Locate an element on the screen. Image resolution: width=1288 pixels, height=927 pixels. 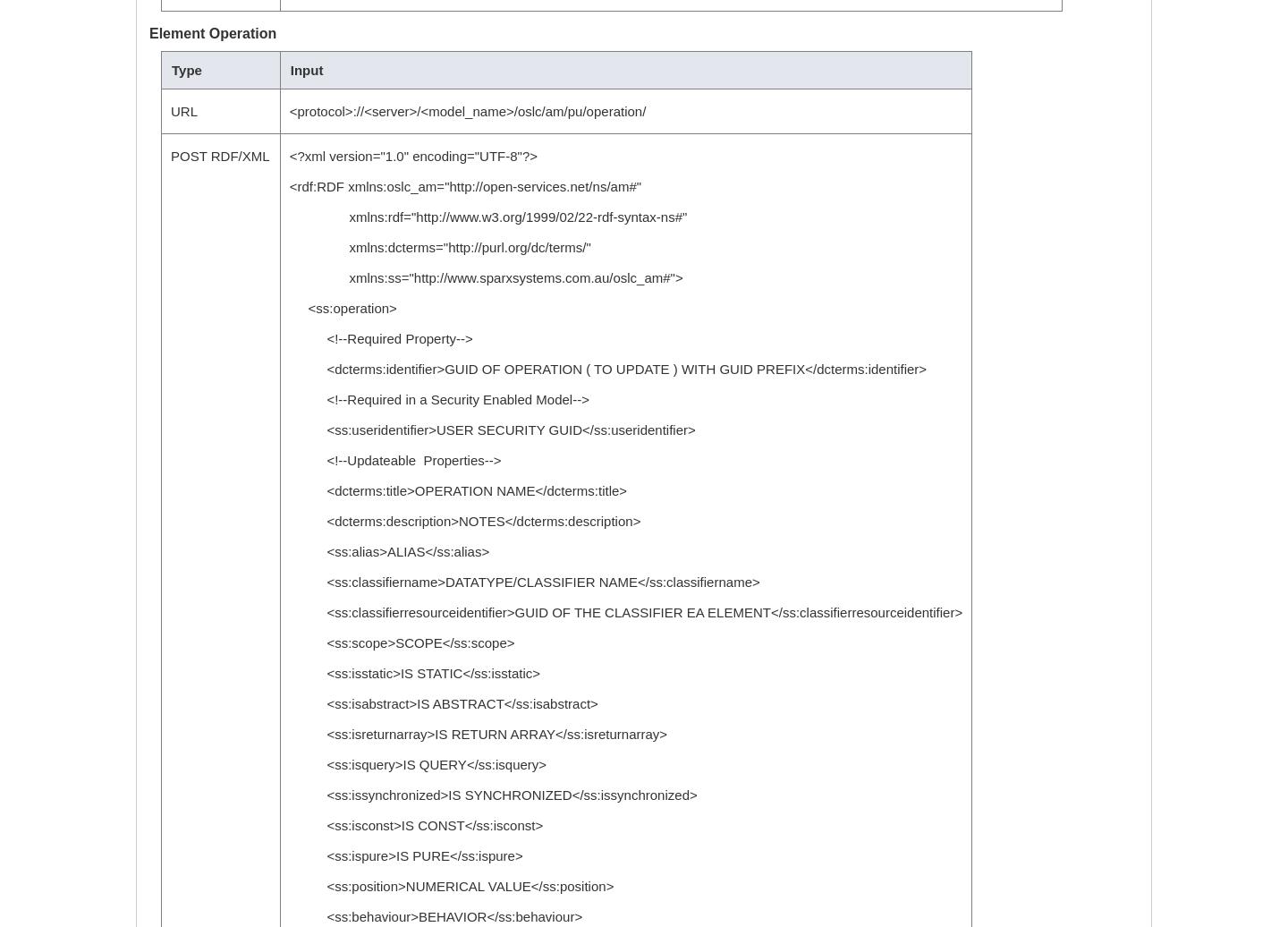
'<ss:position>NUMERICAL VALUE</ss:position>' is located at coordinates (288, 886).